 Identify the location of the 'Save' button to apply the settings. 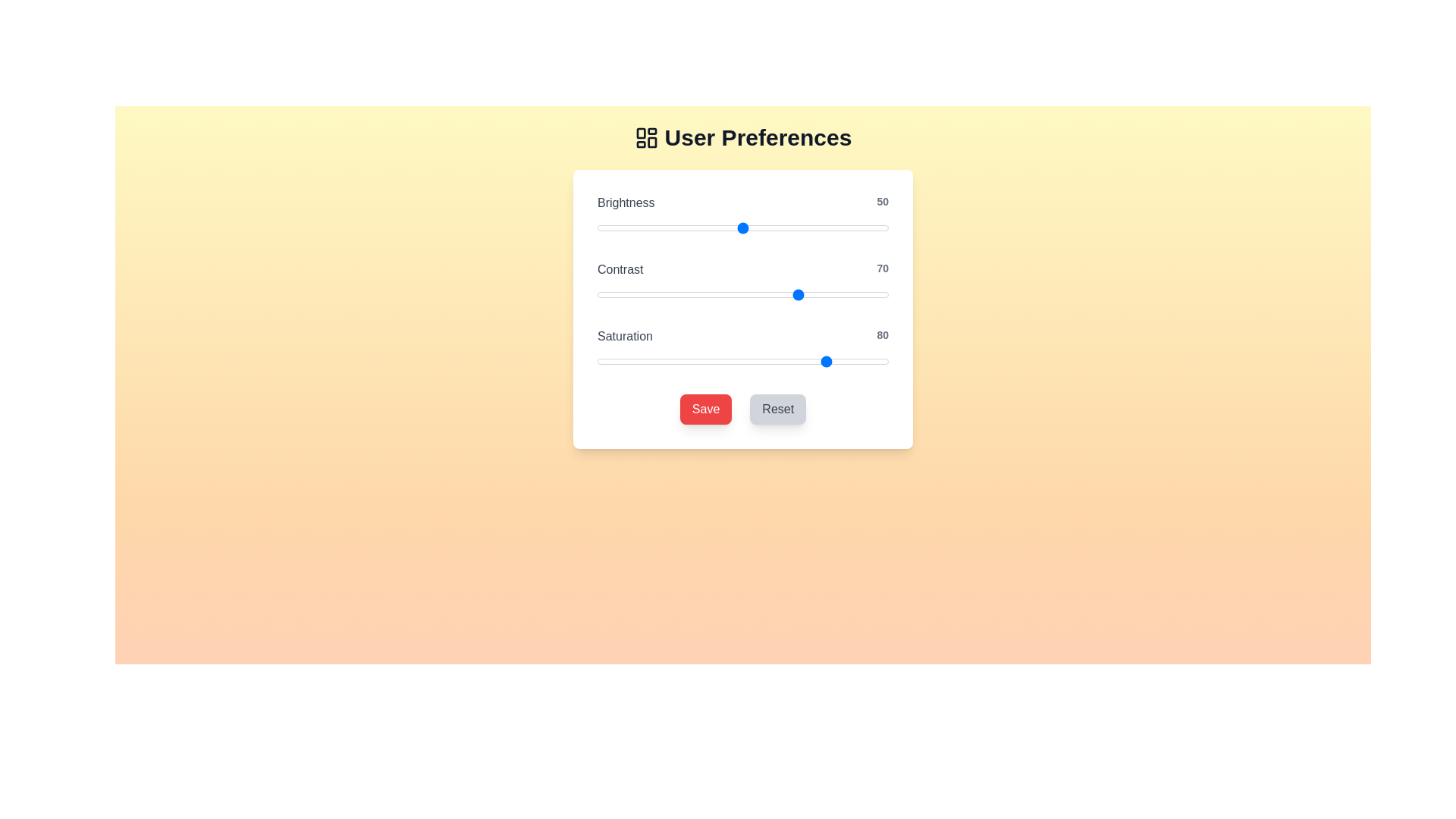
(705, 409).